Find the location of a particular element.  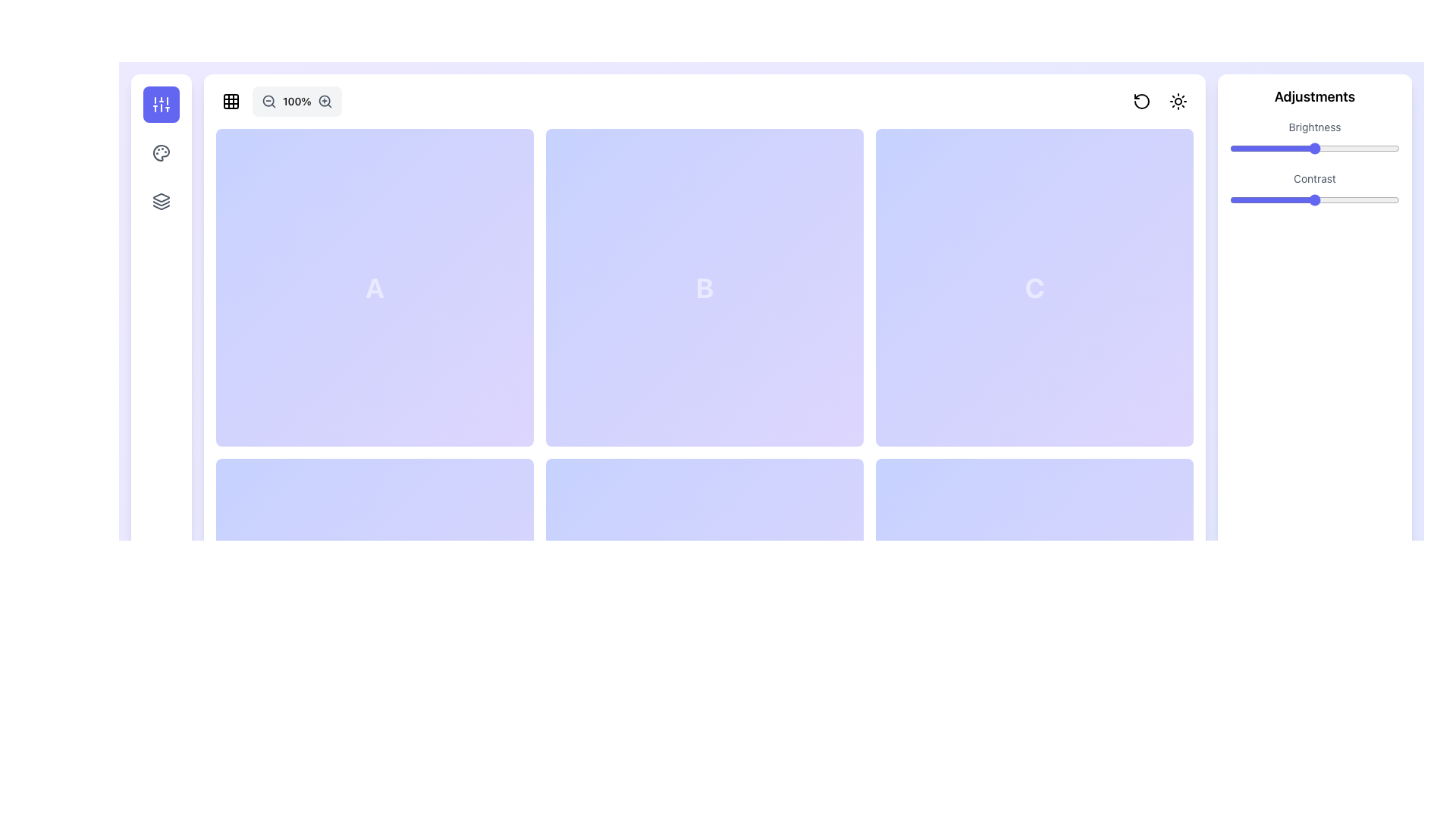

contrast is located at coordinates (1374, 199).